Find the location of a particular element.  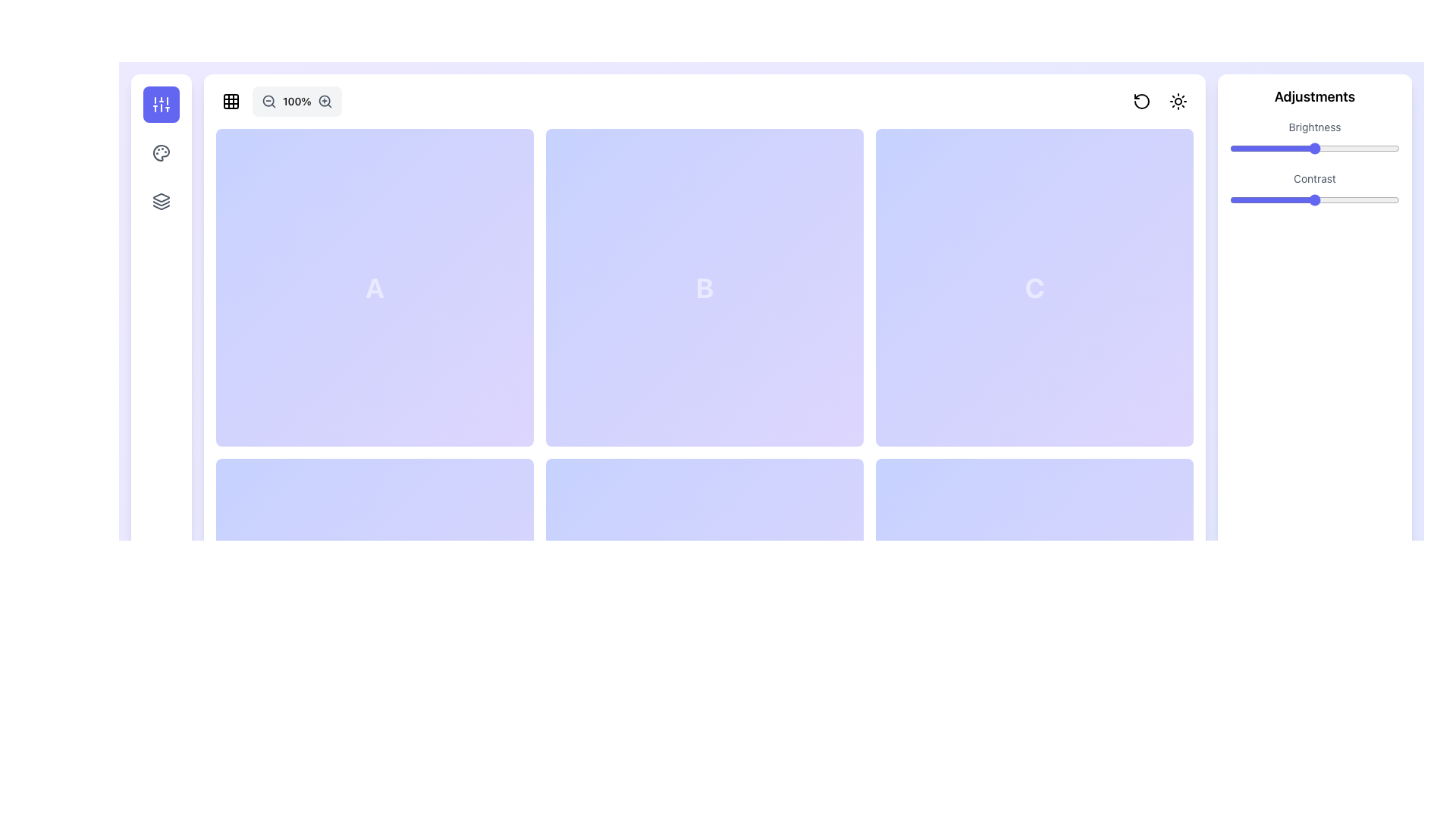

contrast is located at coordinates (1374, 199).